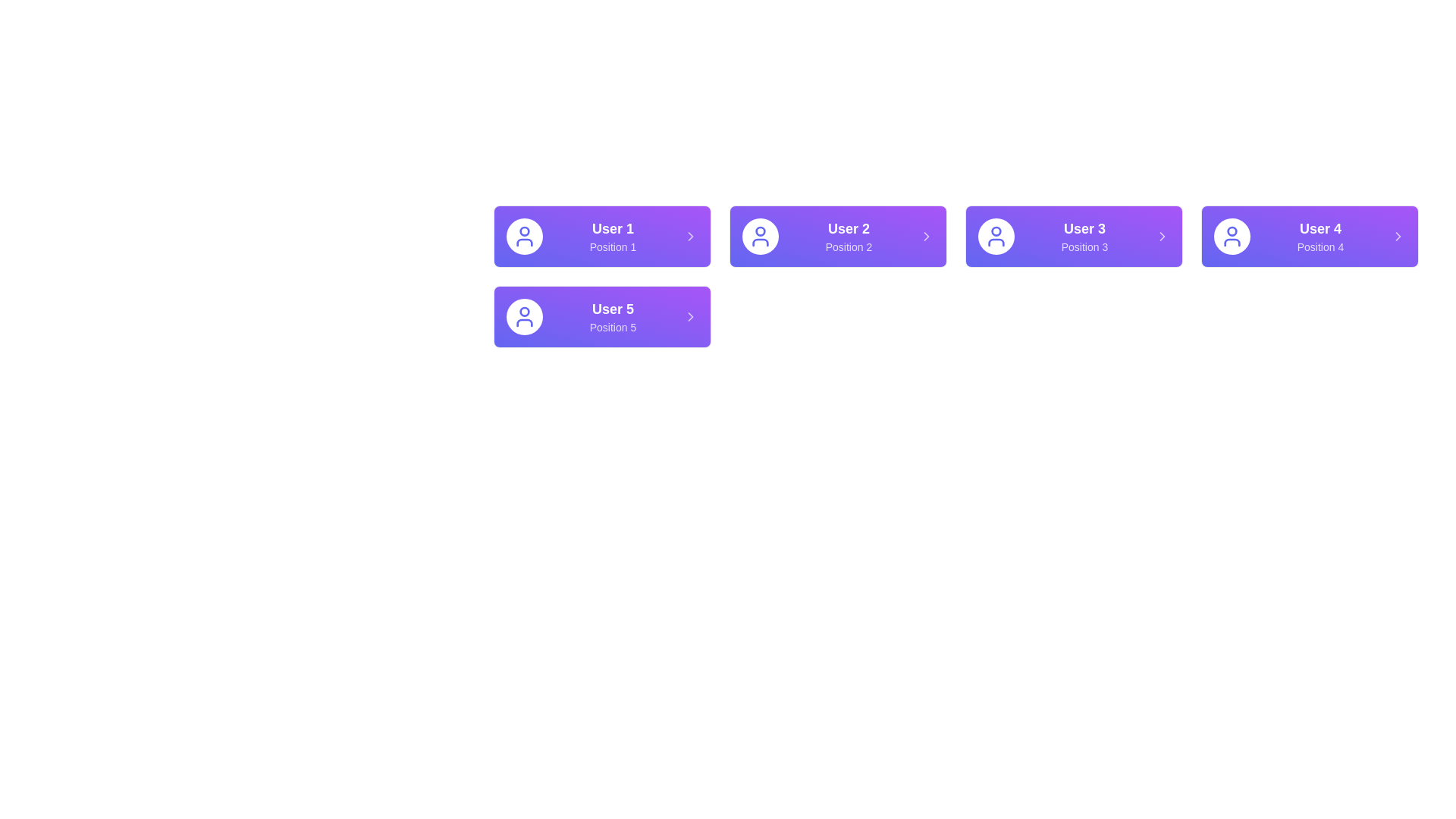  I want to click on text label displaying the positional ranking or identifying number associated with the user within the 'User 4' card, so click(1319, 246).